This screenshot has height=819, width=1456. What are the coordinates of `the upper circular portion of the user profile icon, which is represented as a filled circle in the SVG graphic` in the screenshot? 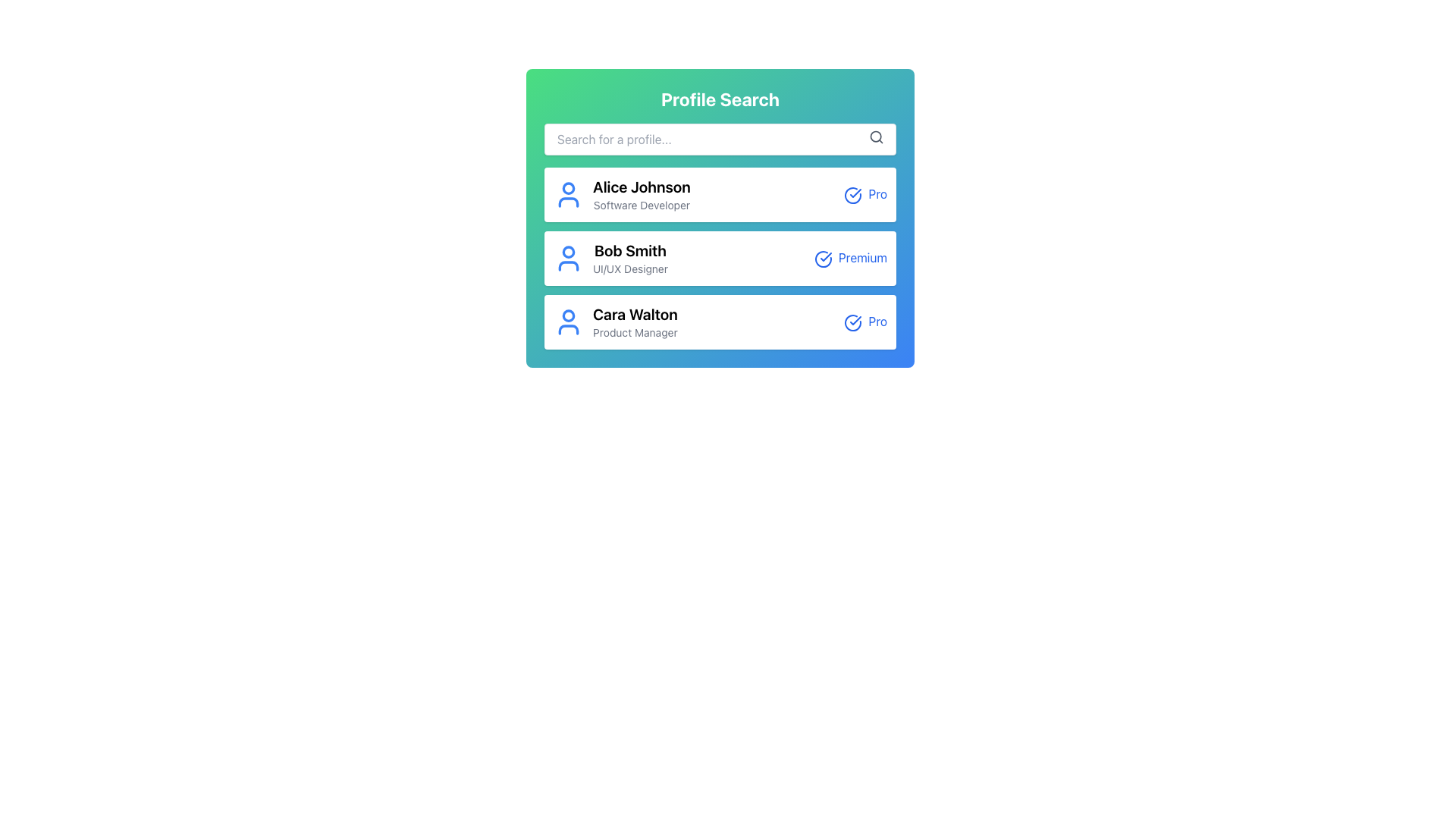 It's located at (567, 187).